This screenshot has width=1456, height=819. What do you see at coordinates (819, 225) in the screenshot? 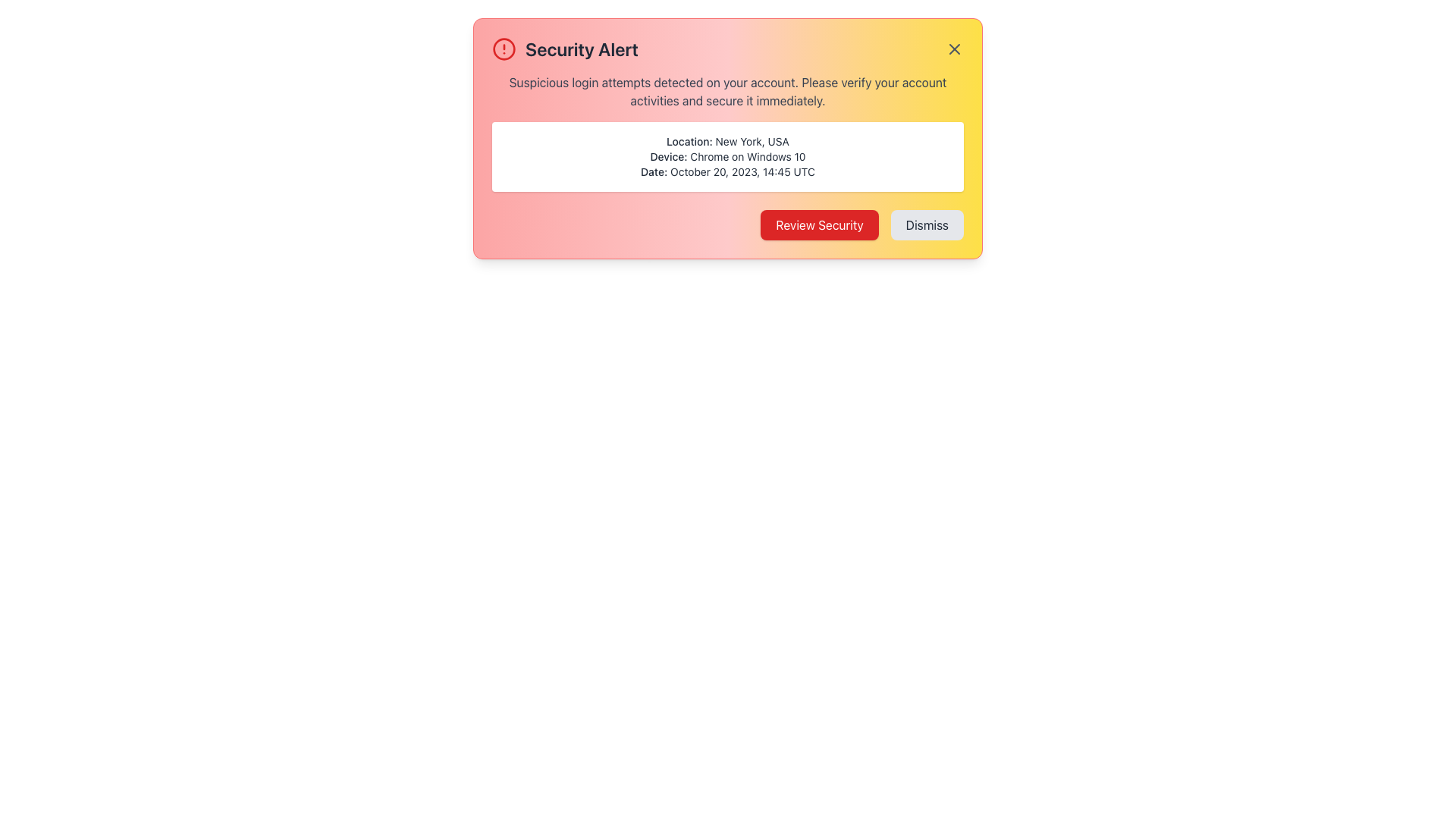
I see `the 'Review Security' button, which is a rounded button with a red background and white text located in the bottom-right section of the alert box` at bounding box center [819, 225].